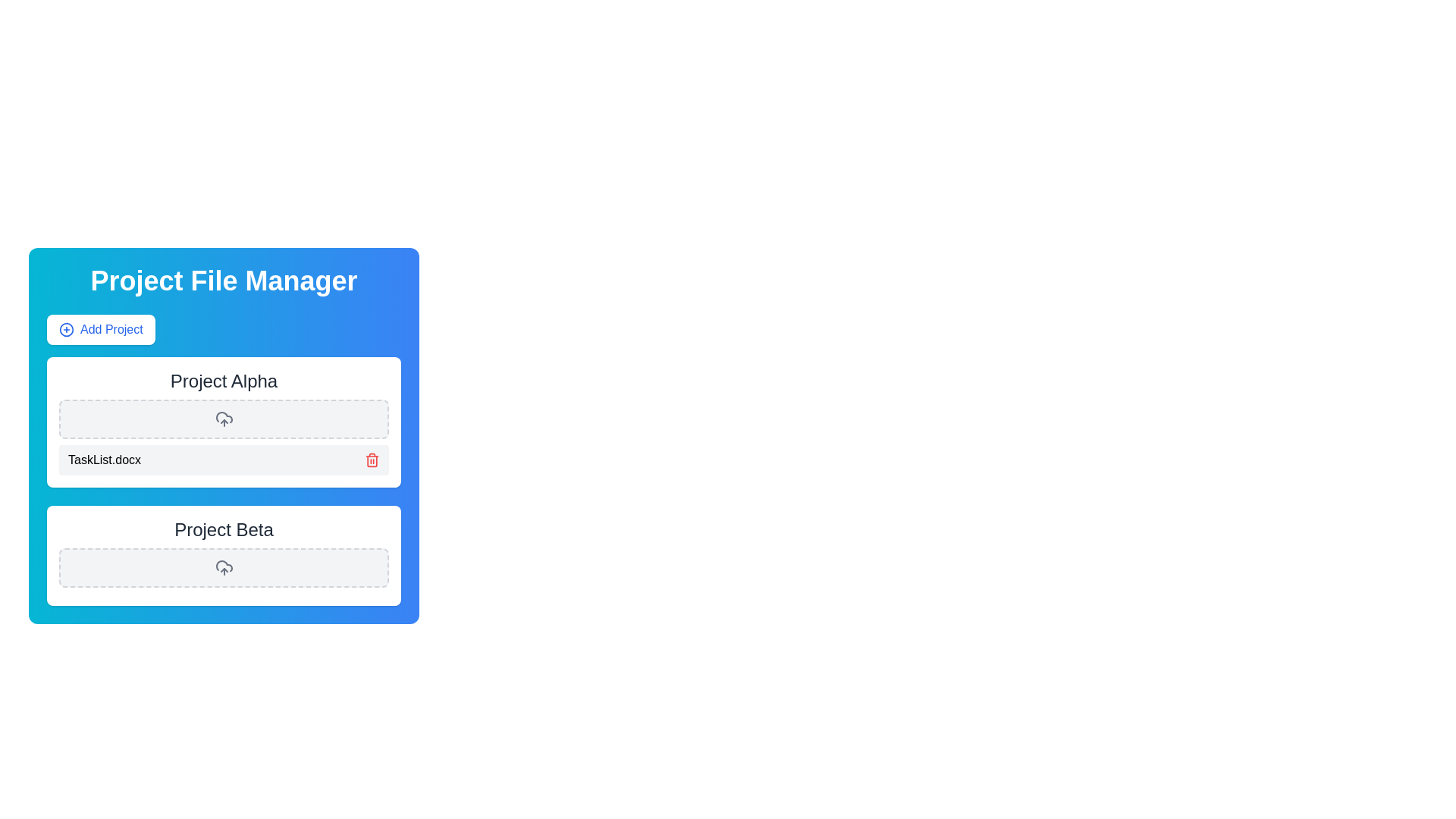  I want to click on the cloud upload icon located in the 'Project Beta' section, so click(223, 567).